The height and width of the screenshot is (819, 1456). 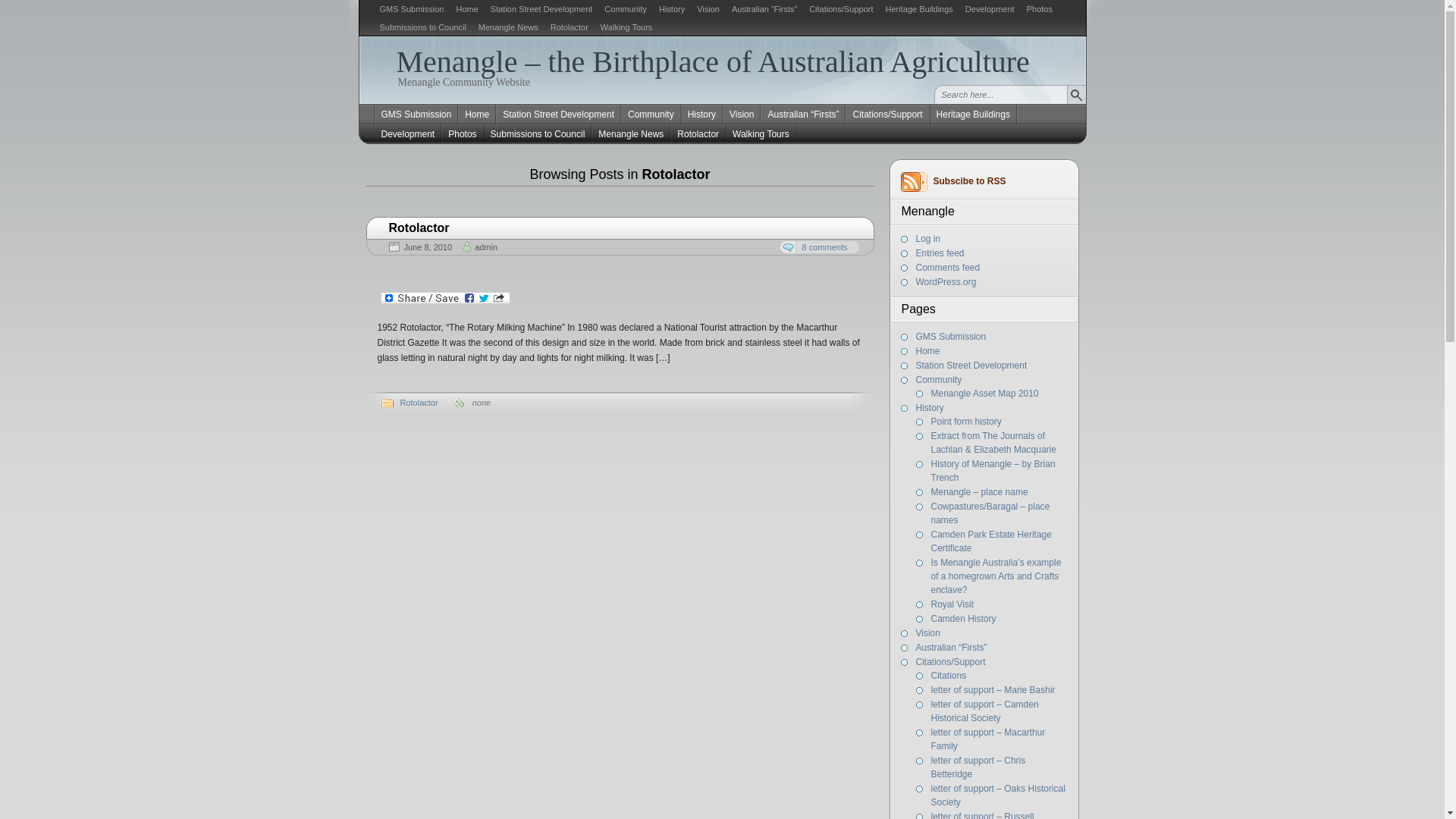 What do you see at coordinates (991, 540) in the screenshot?
I see `'Camden Park Estate Heritage Certificate'` at bounding box center [991, 540].